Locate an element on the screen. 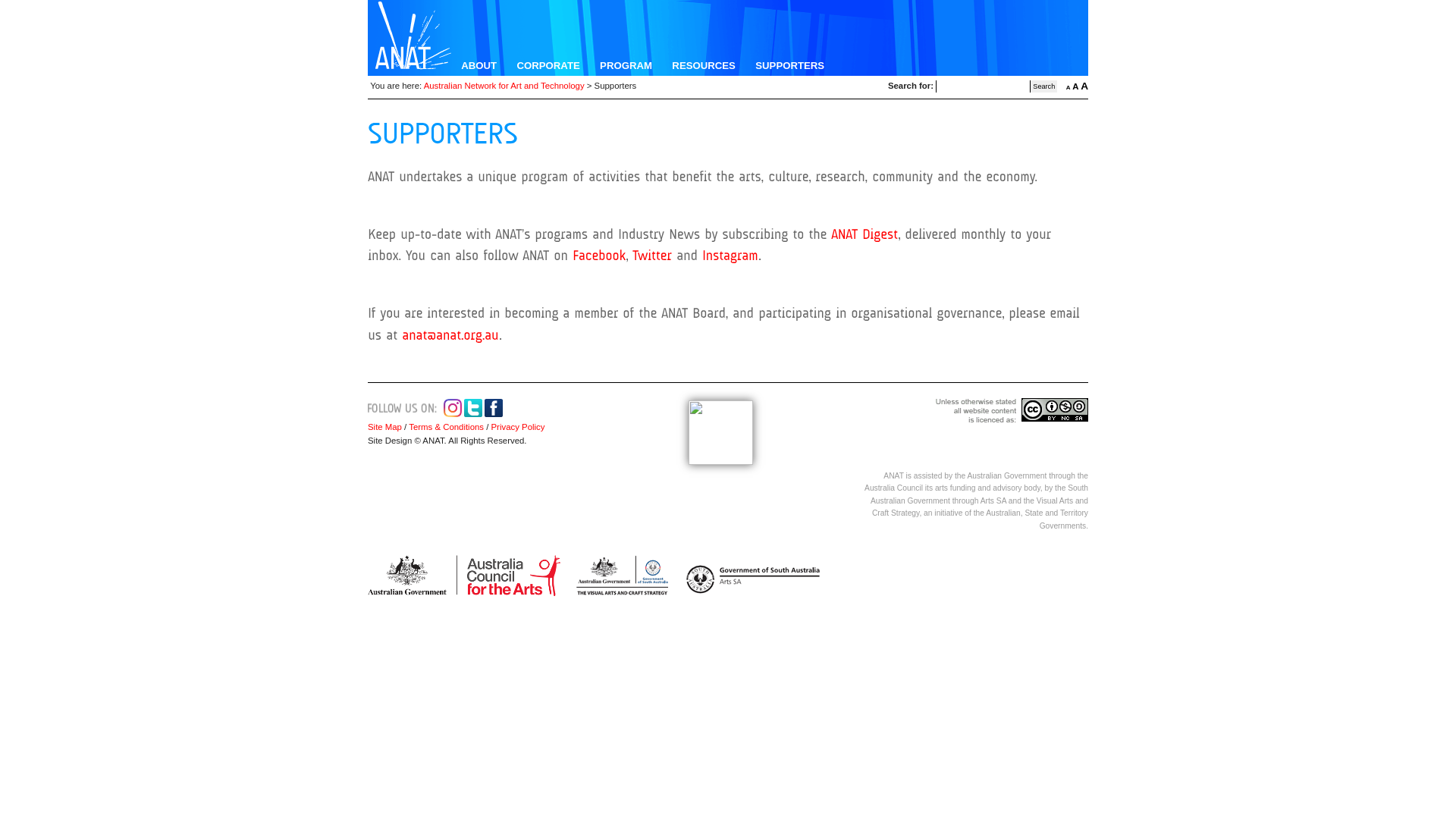 The height and width of the screenshot is (819, 1456). 'A' is located at coordinates (1084, 86).